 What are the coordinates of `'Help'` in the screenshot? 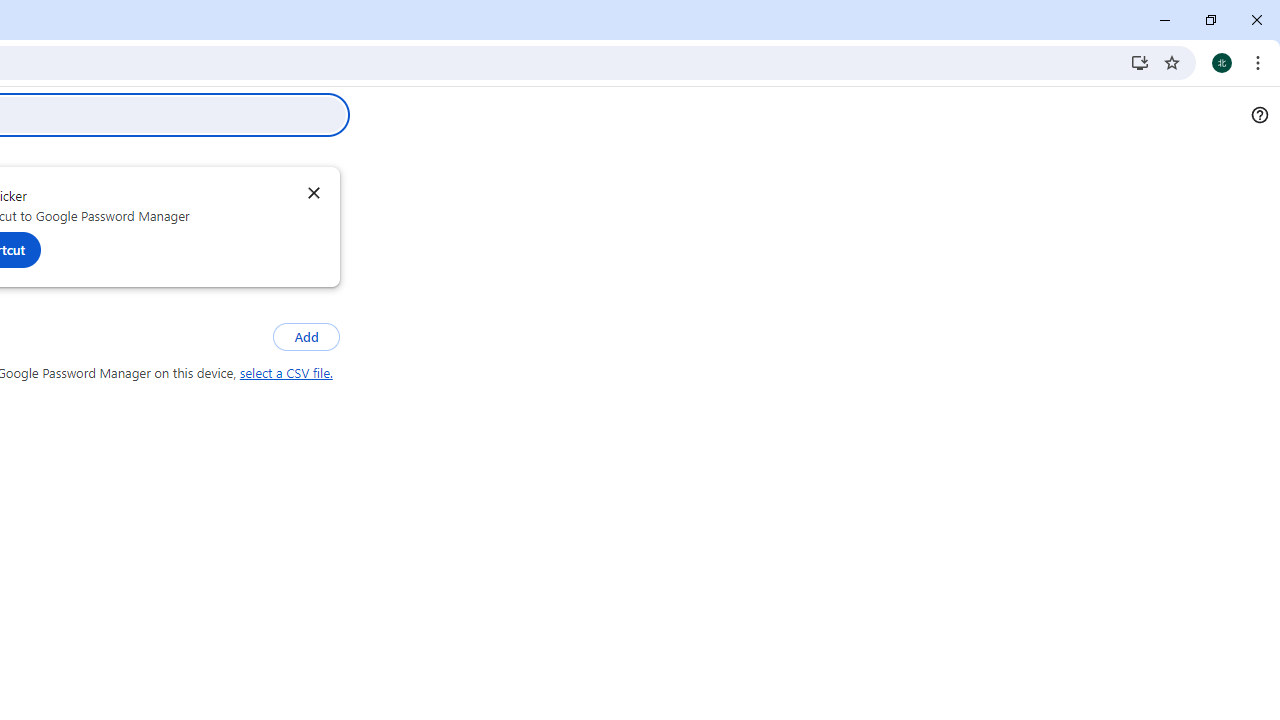 It's located at (1258, 115).